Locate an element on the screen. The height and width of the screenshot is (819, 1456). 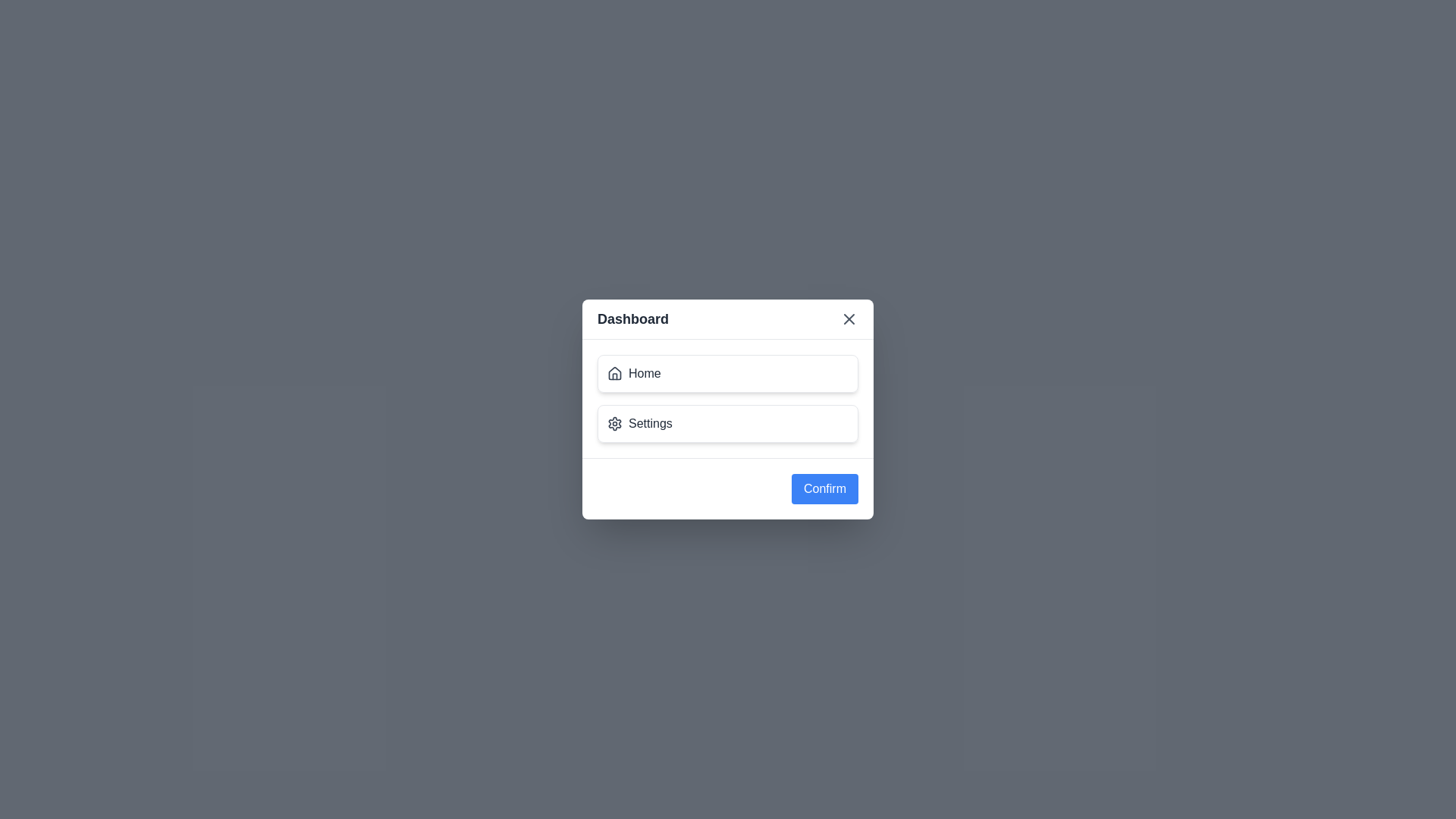
the menu item labeled Settings in the DashboardDialog is located at coordinates (728, 424).